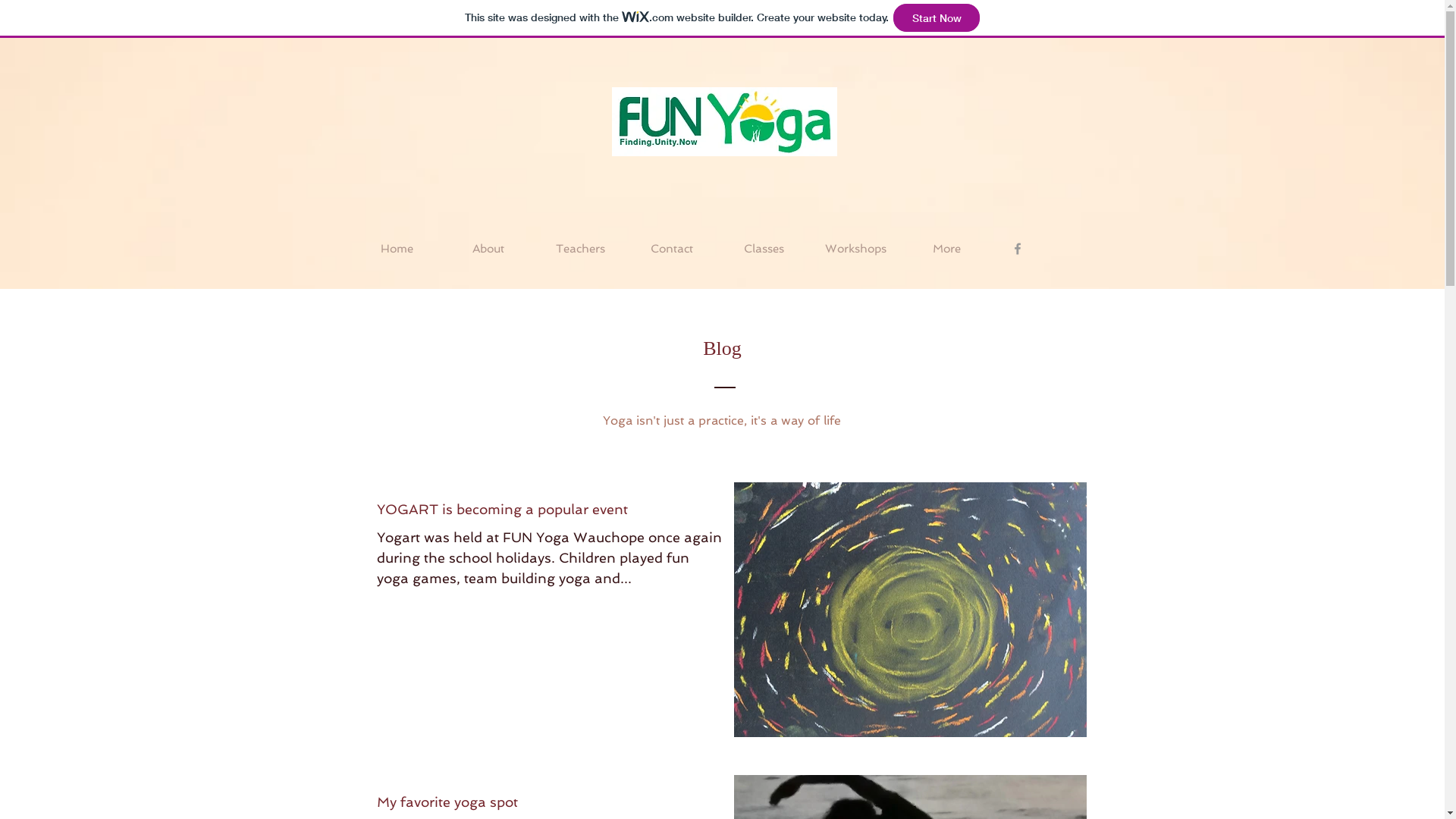 This screenshot has width=1456, height=819. What do you see at coordinates (579, 247) in the screenshot?
I see `'Teachers'` at bounding box center [579, 247].